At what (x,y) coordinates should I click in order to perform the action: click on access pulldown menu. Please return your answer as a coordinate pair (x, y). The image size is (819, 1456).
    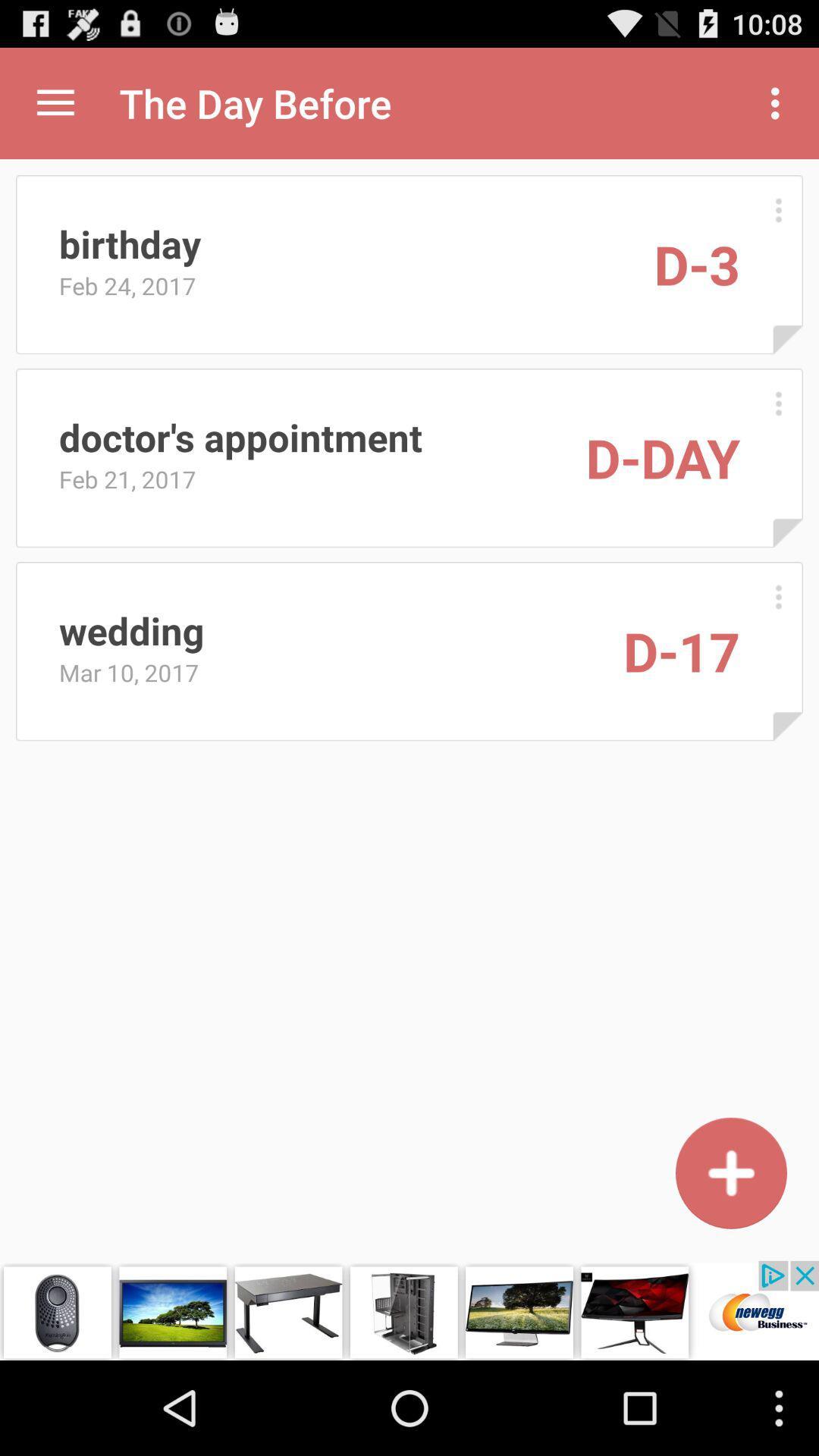
    Looking at the image, I should click on (55, 102).